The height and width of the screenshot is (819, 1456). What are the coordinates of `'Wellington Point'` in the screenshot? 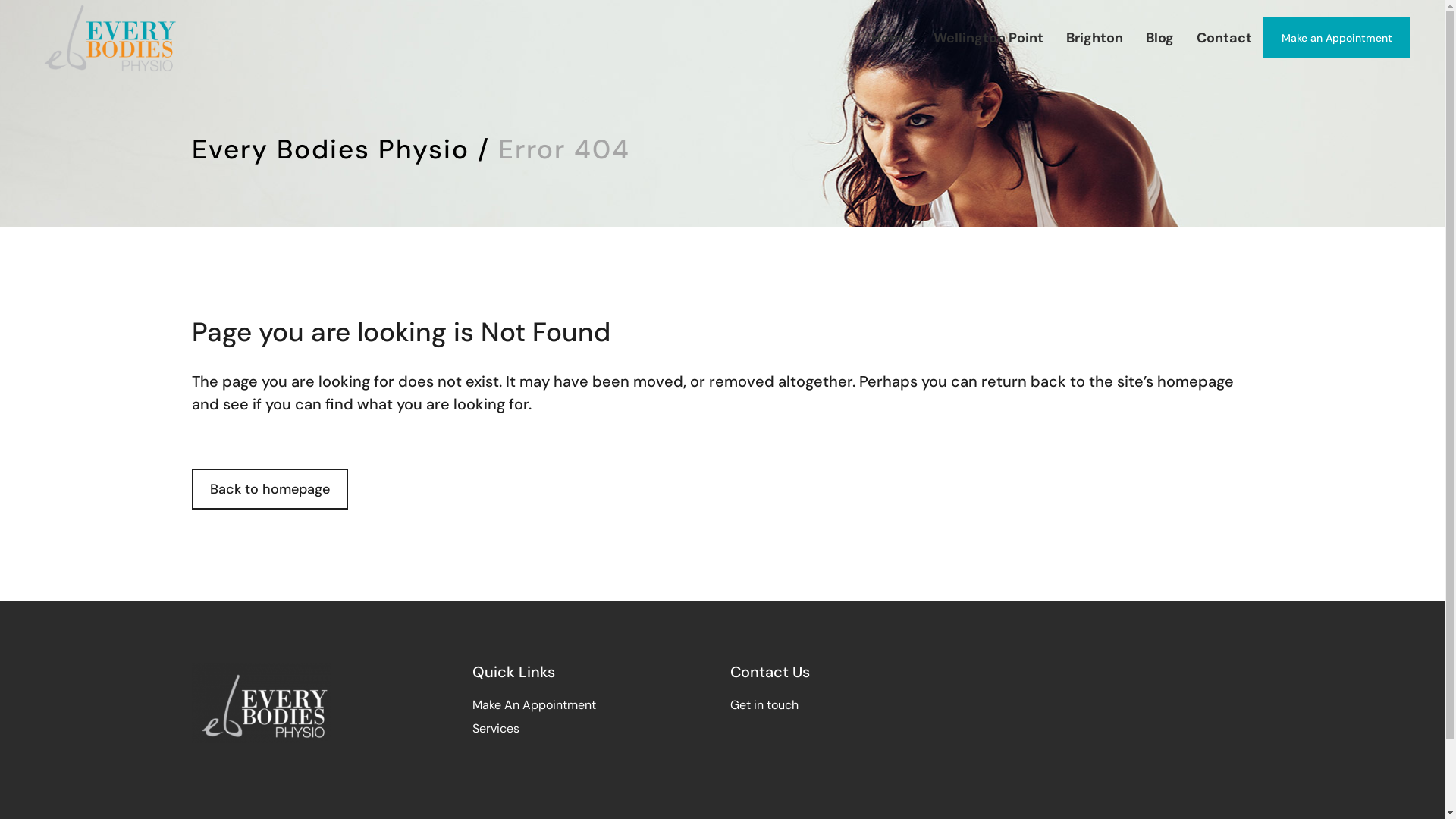 It's located at (988, 37).